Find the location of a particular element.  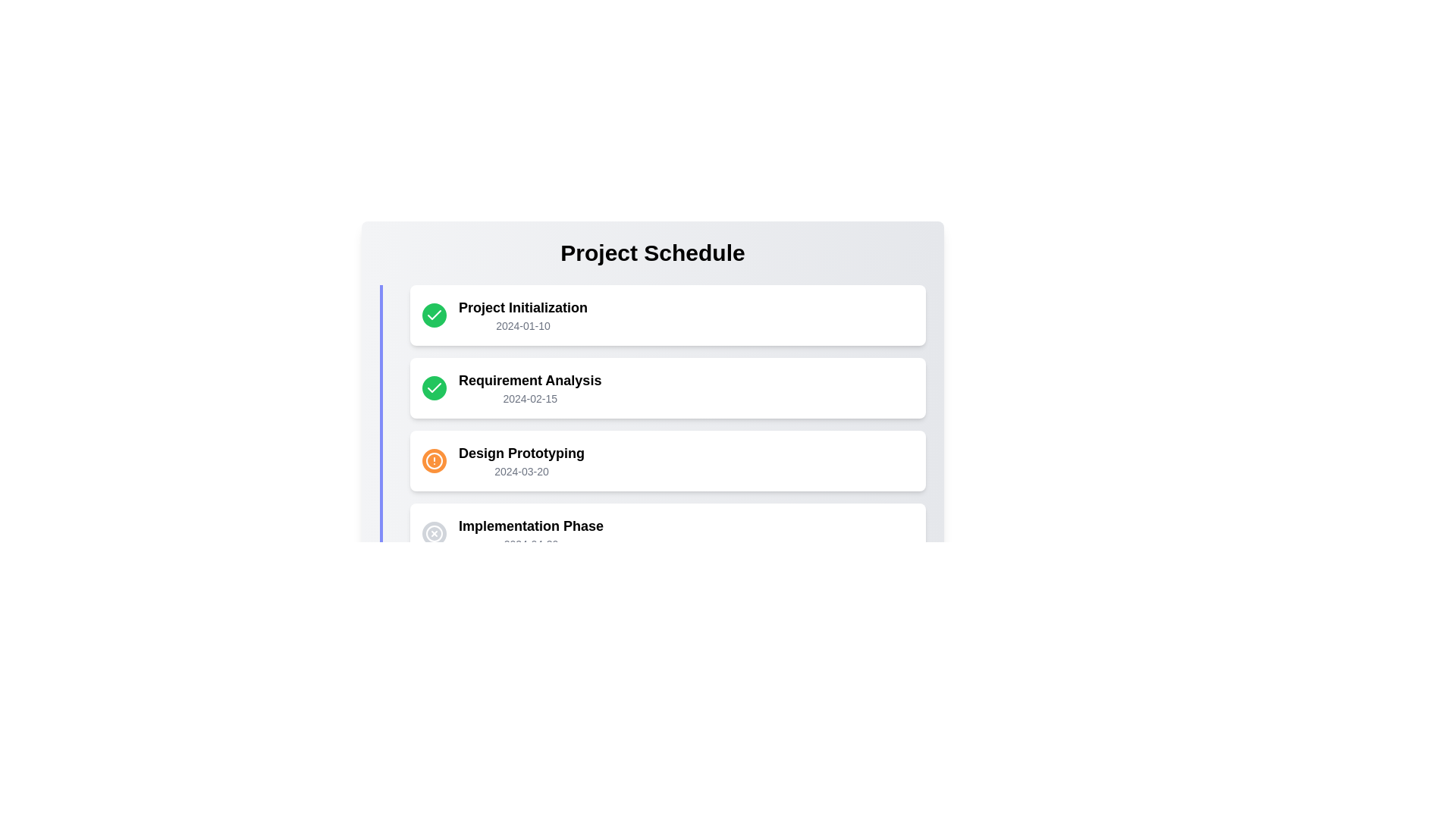

the completion icon within the green circular background indicating successful completion of the 'Requirement Analysis' project phase is located at coordinates (433, 315).